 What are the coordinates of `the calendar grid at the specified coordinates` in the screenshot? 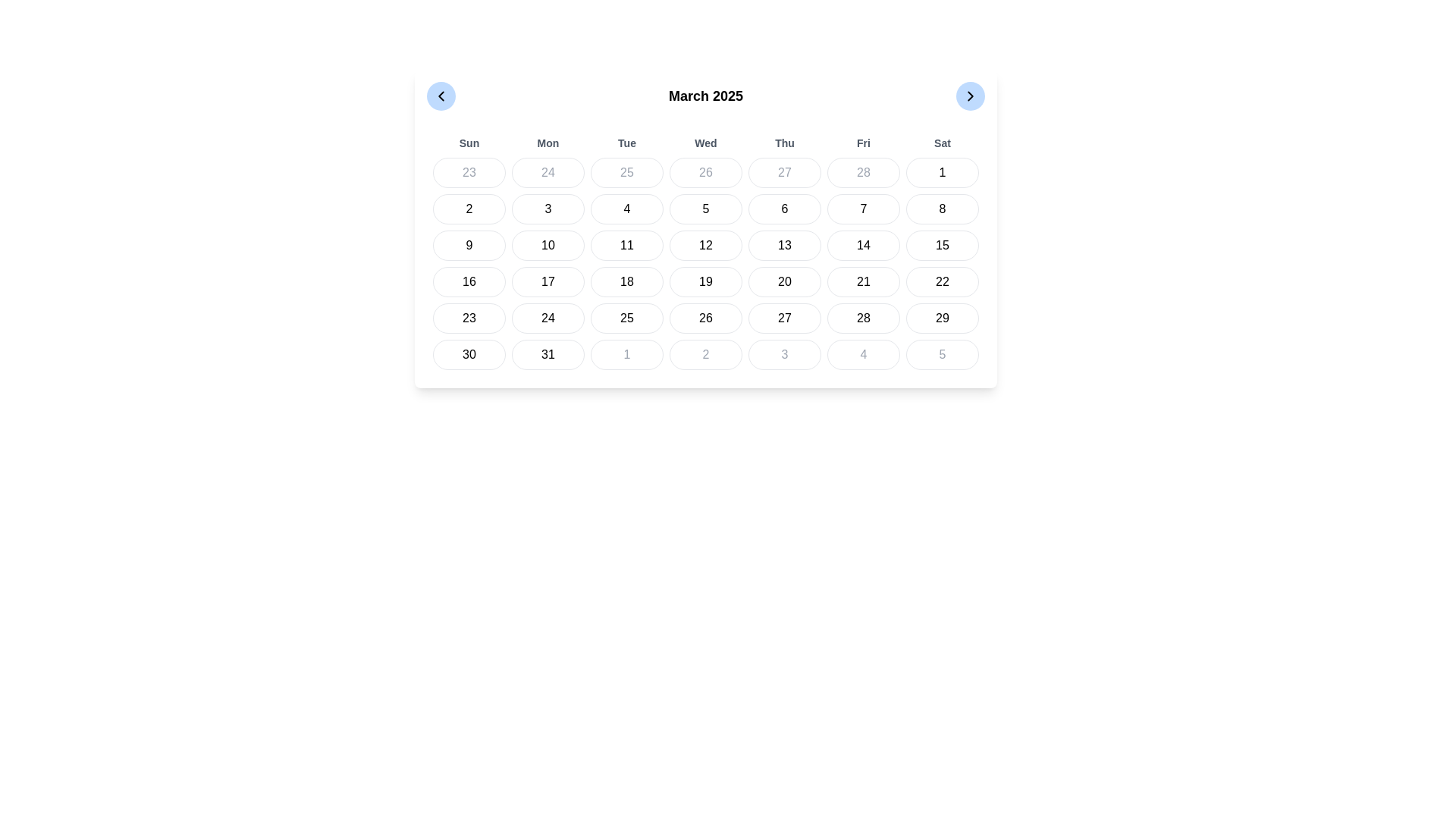 It's located at (705, 251).